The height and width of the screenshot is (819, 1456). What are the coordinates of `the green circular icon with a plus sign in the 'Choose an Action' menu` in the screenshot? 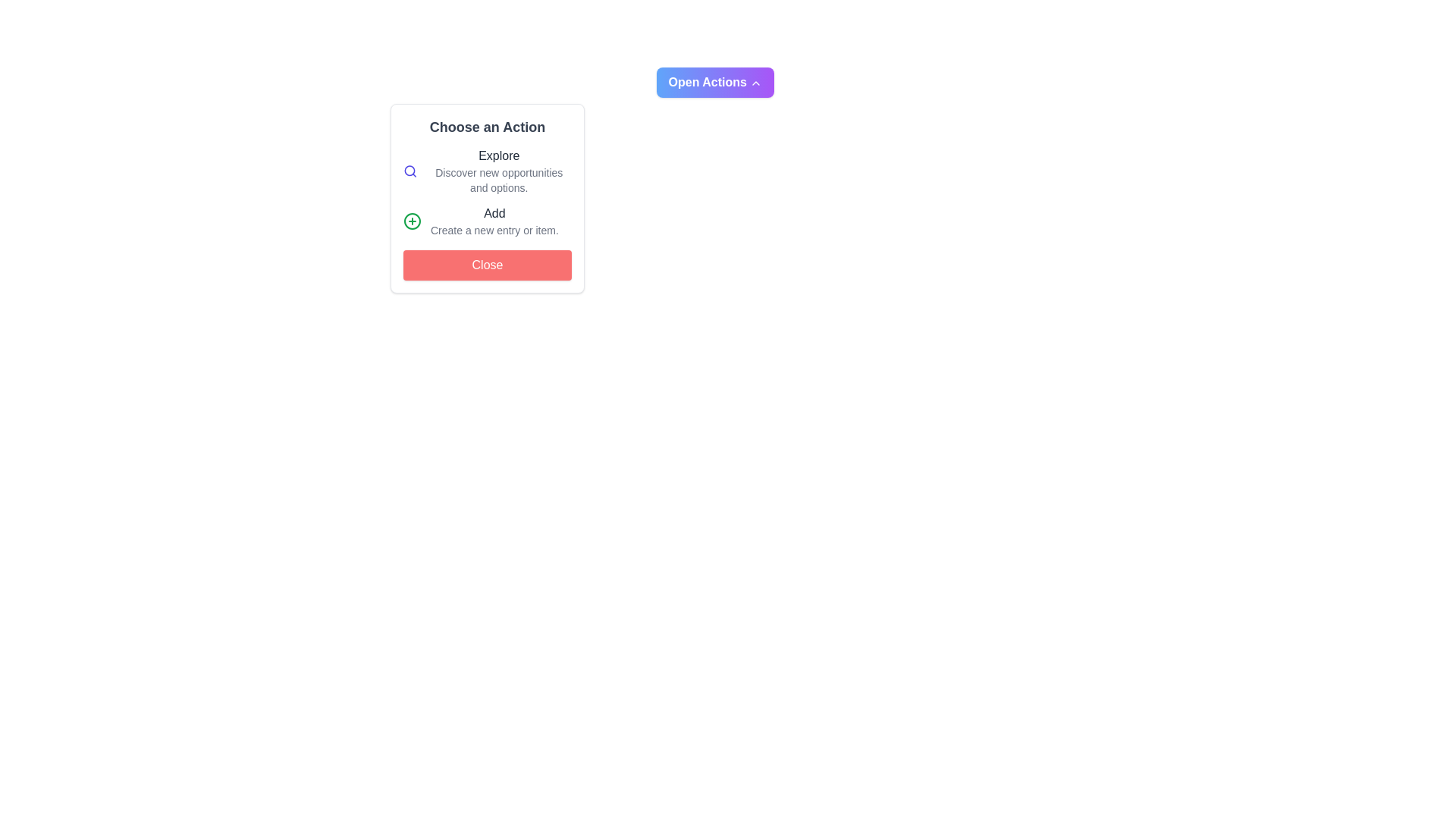 It's located at (412, 221).